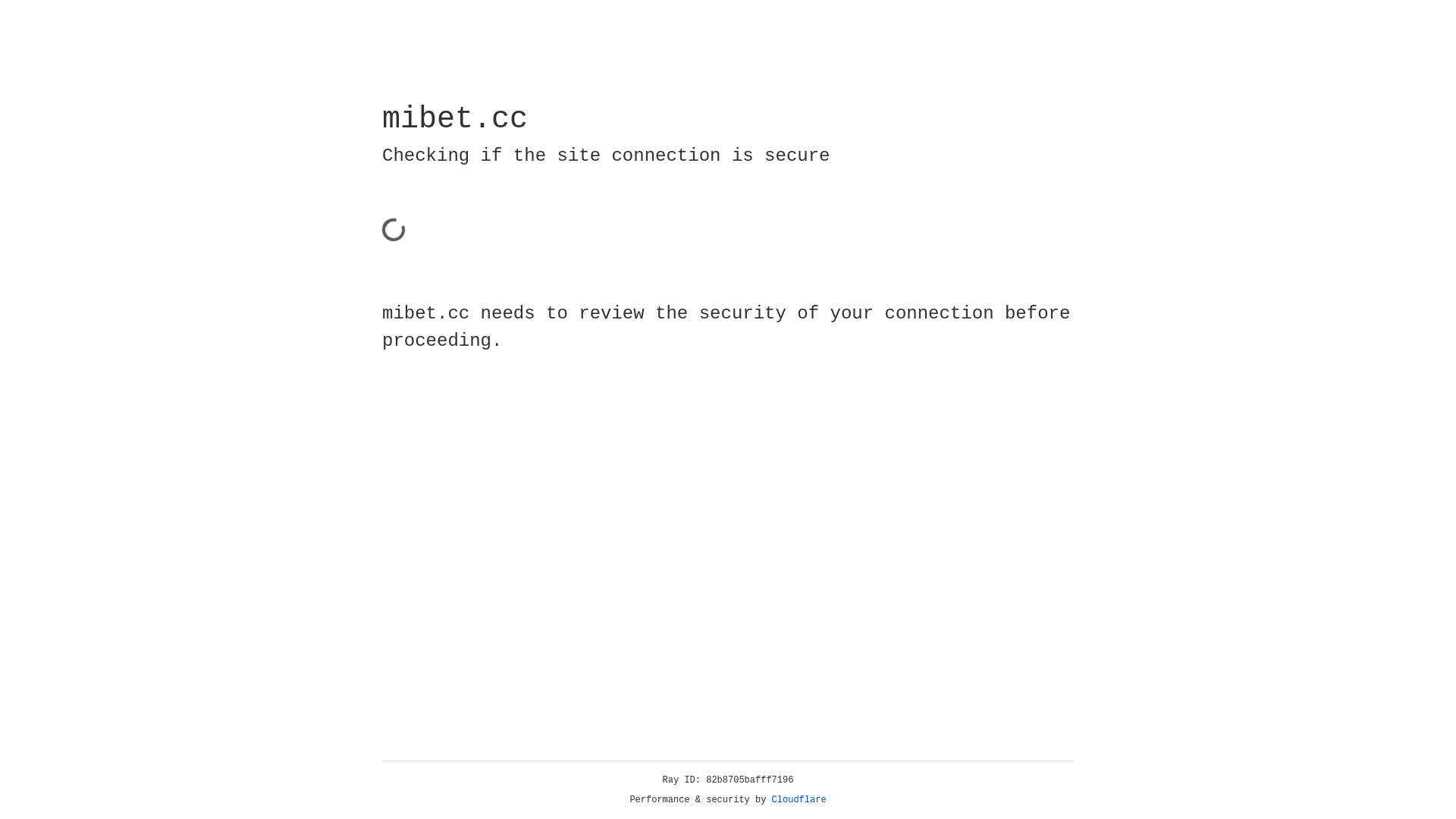  I want to click on 'Cloudflare', so click(771, 799).